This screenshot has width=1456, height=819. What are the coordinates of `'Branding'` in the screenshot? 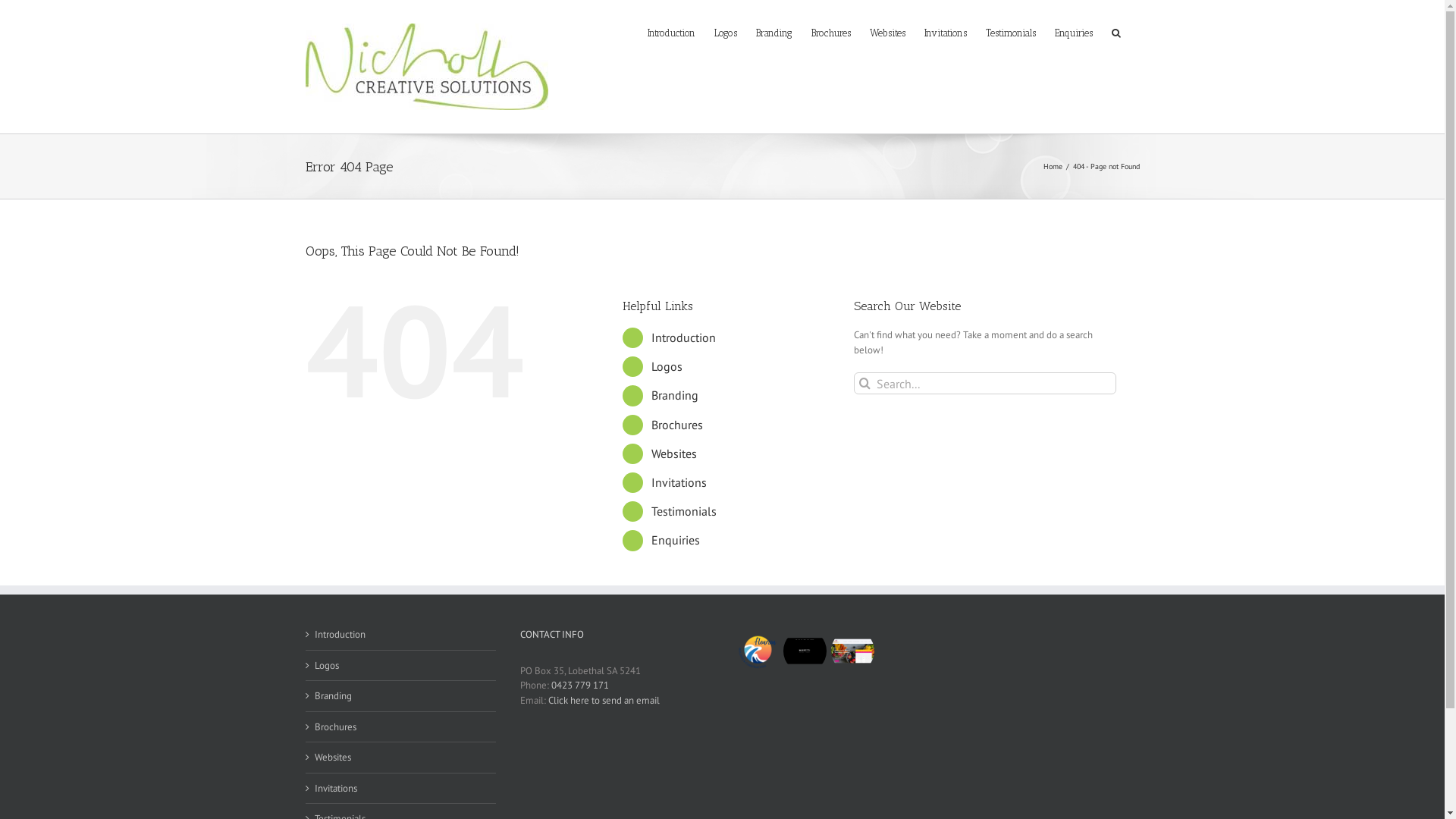 It's located at (773, 32).